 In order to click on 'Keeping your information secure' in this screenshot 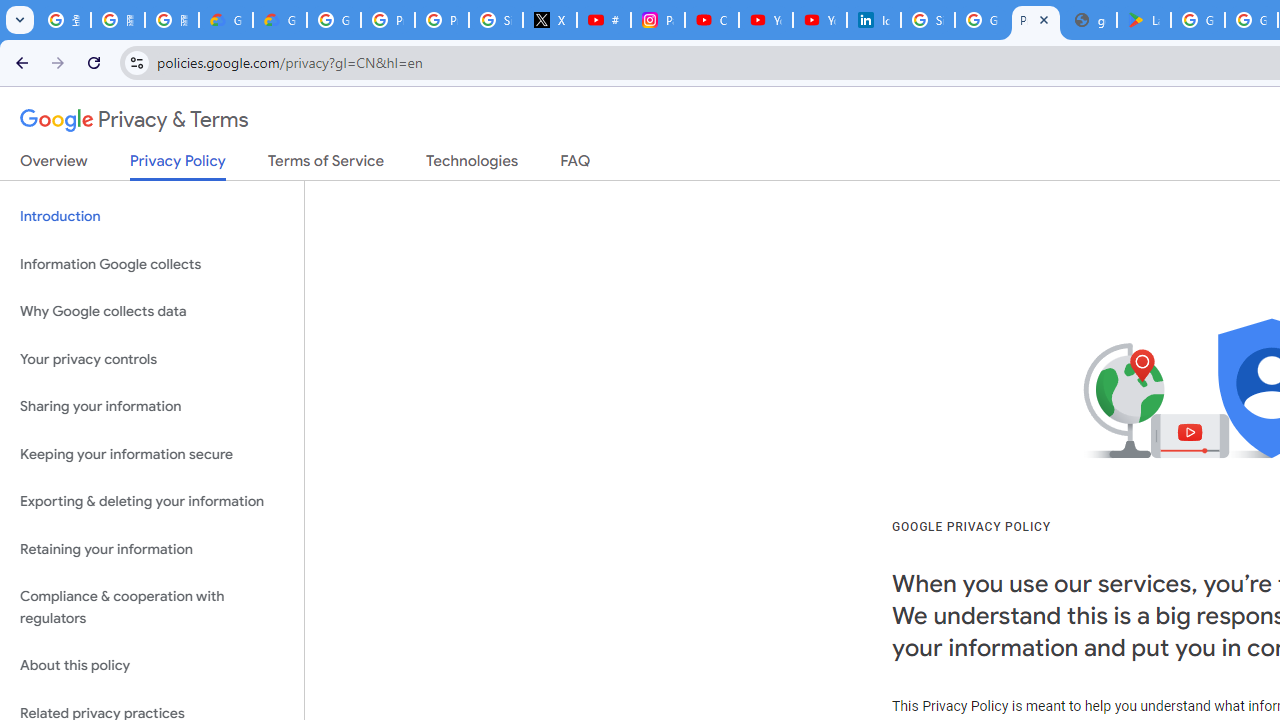, I will do `click(151, 454)`.